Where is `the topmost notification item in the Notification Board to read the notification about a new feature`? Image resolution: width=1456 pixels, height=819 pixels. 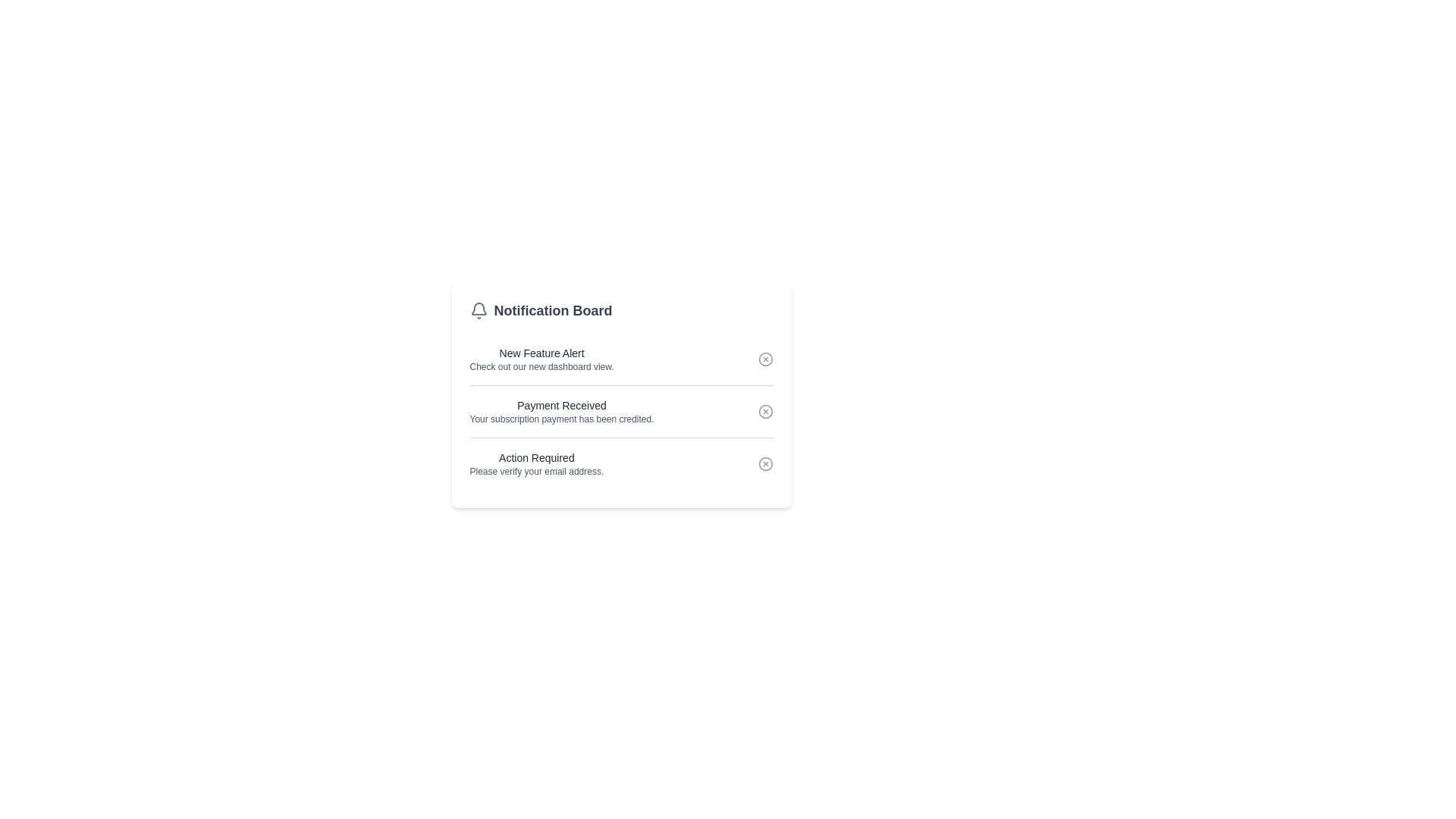
the topmost notification item in the Notification Board to read the notification about a new feature is located at coordinates (621, 359).